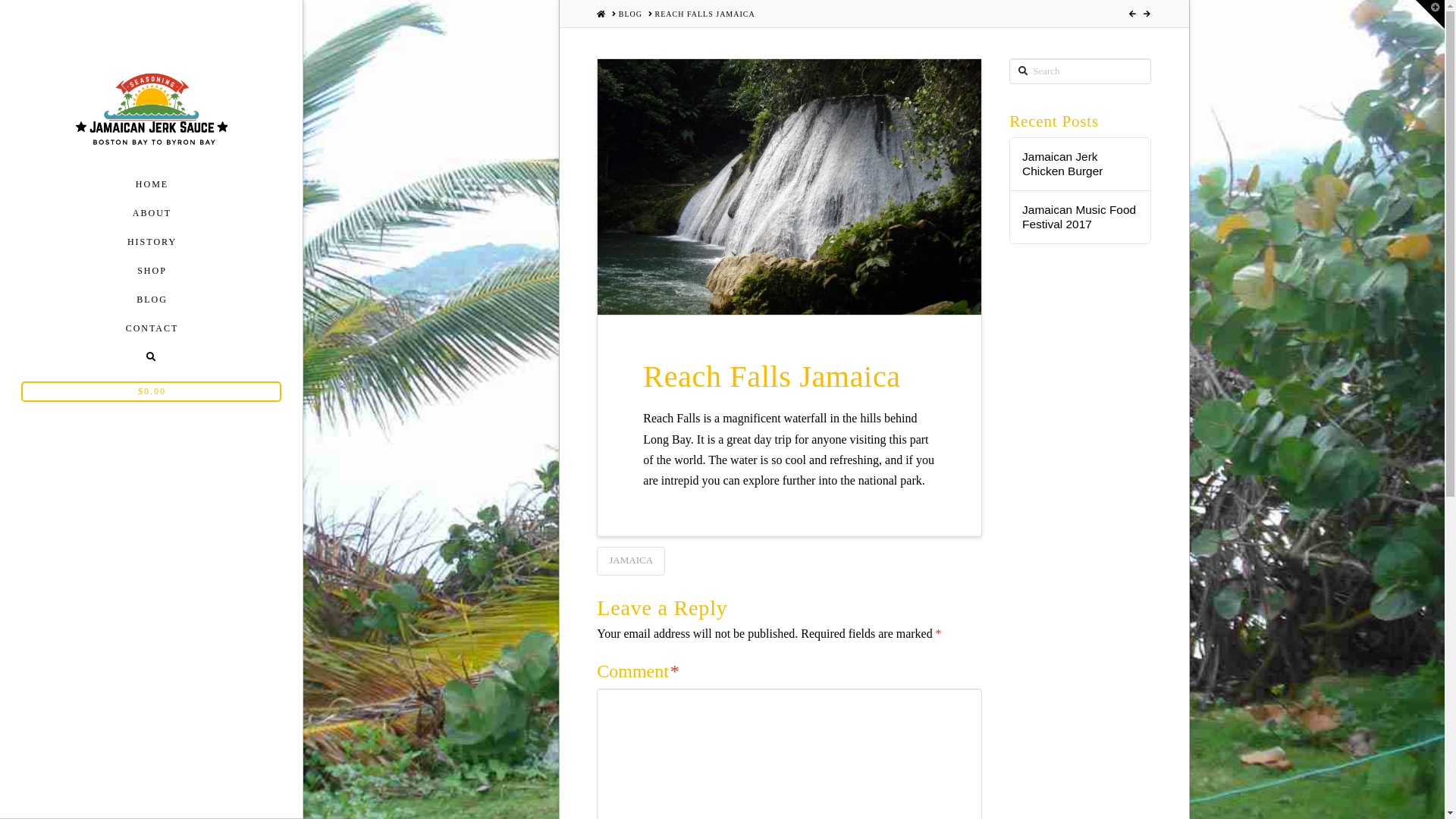  Describe the element at coordinates (1079, 217) in the screenshot. I see `'Jamaican Music Food Festival 2017'` at that location.